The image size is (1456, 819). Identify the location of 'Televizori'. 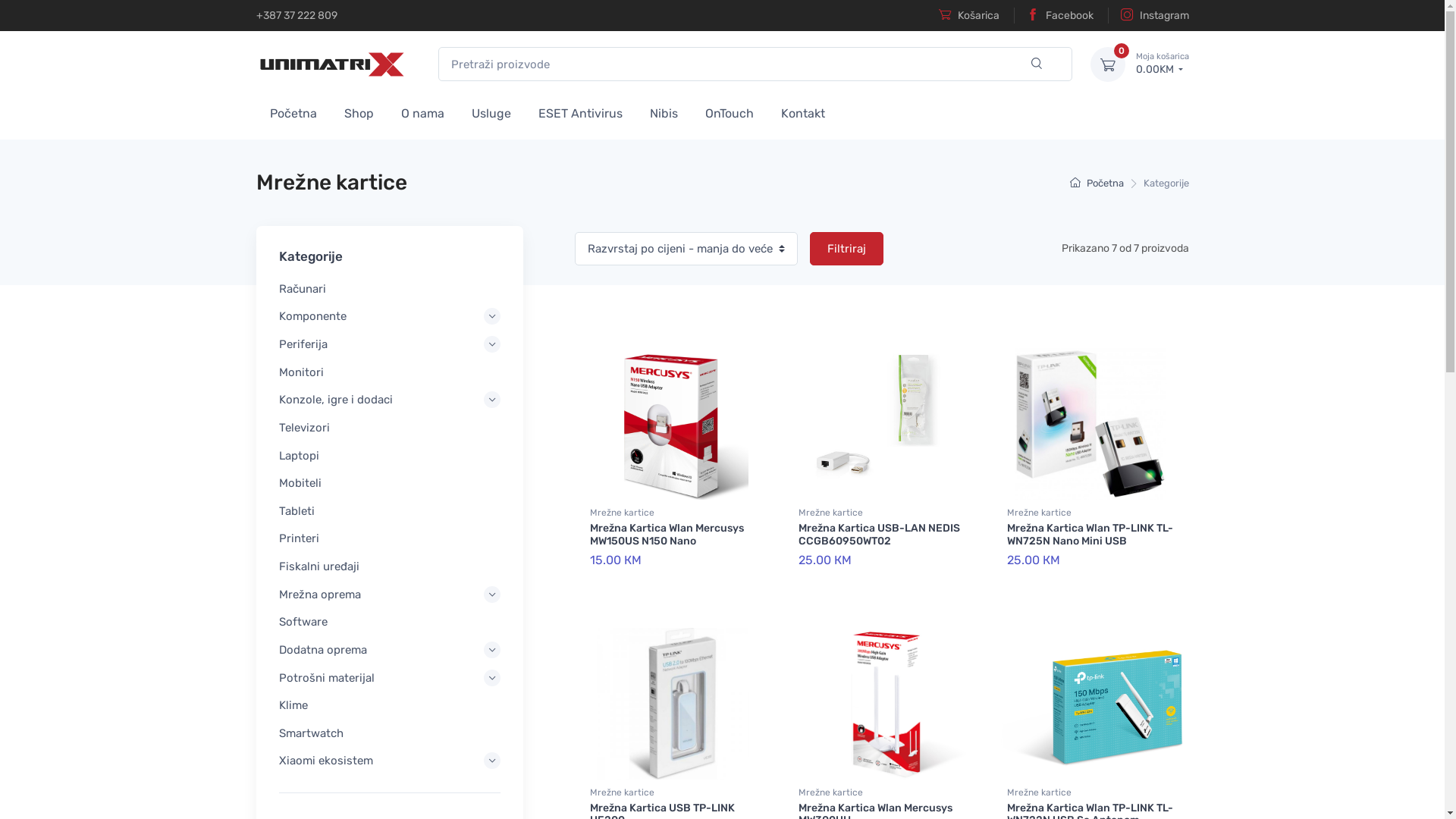
(389, 427).